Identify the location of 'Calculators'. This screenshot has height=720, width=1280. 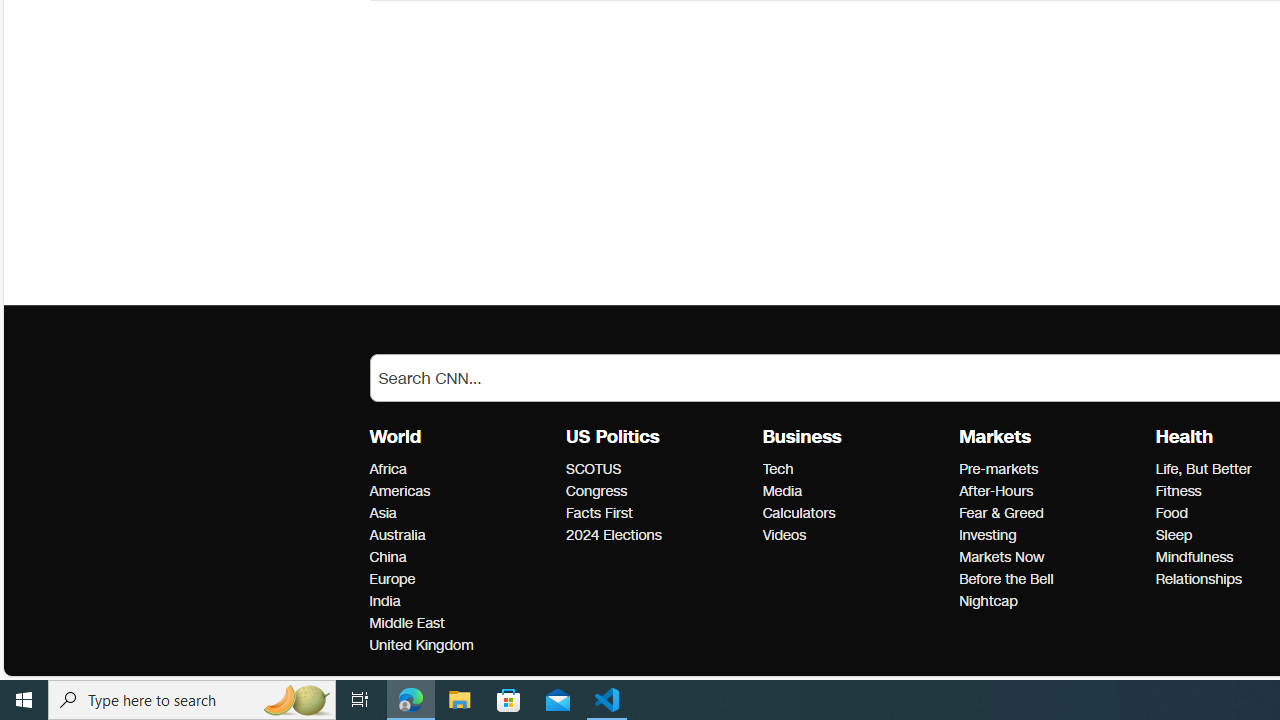
(855, 512).